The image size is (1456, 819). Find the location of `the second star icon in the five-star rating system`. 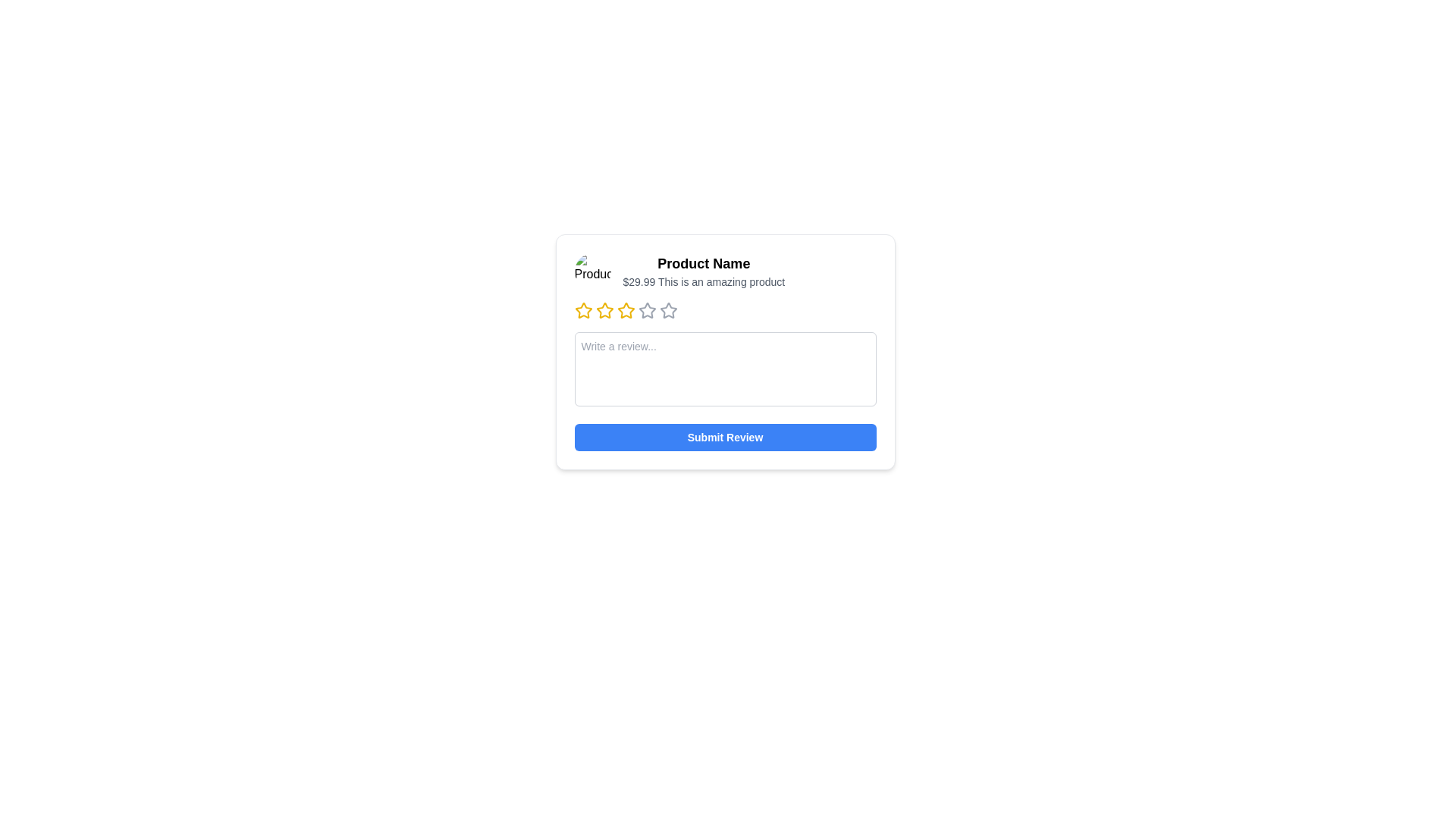

the second star icon in the five-star rating system is located at coordinates (604, 309).